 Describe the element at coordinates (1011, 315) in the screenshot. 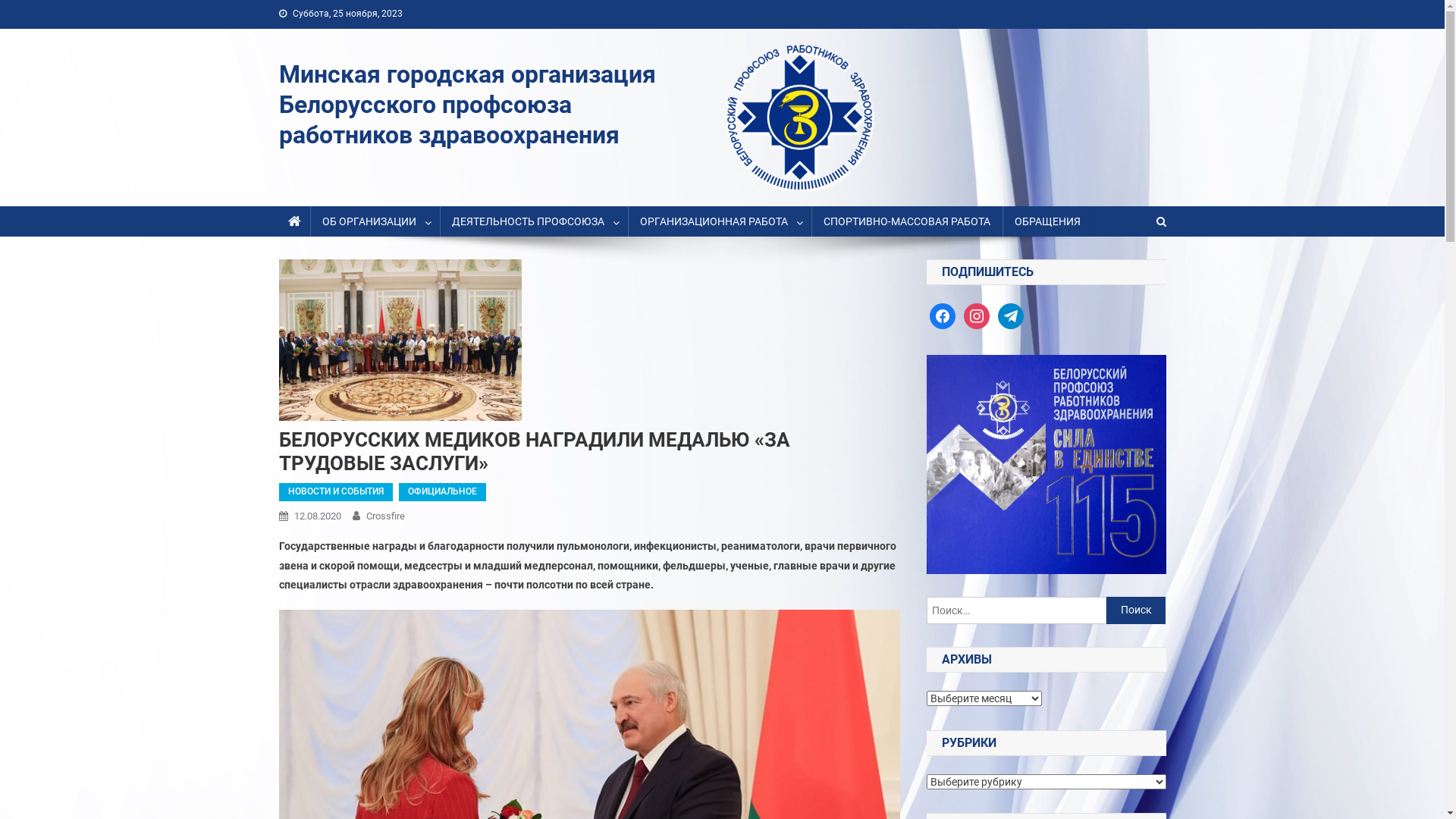

I see `'telegram'` at that location.